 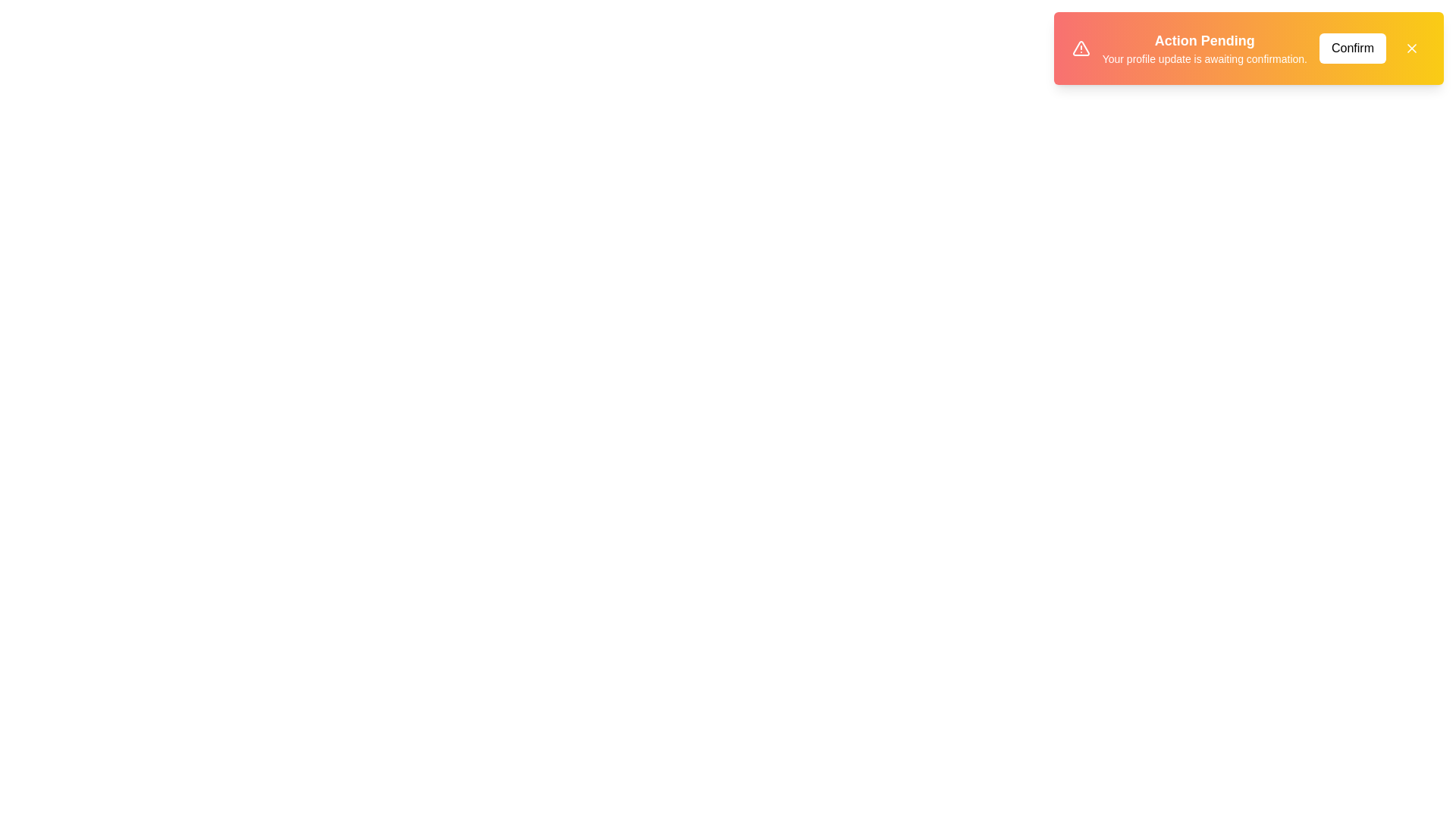 What do you see at coordinates (1411, 48) in the screenshot?
I see `the close button to dismiss the Snackbar` at bounding box center [1411, 48].